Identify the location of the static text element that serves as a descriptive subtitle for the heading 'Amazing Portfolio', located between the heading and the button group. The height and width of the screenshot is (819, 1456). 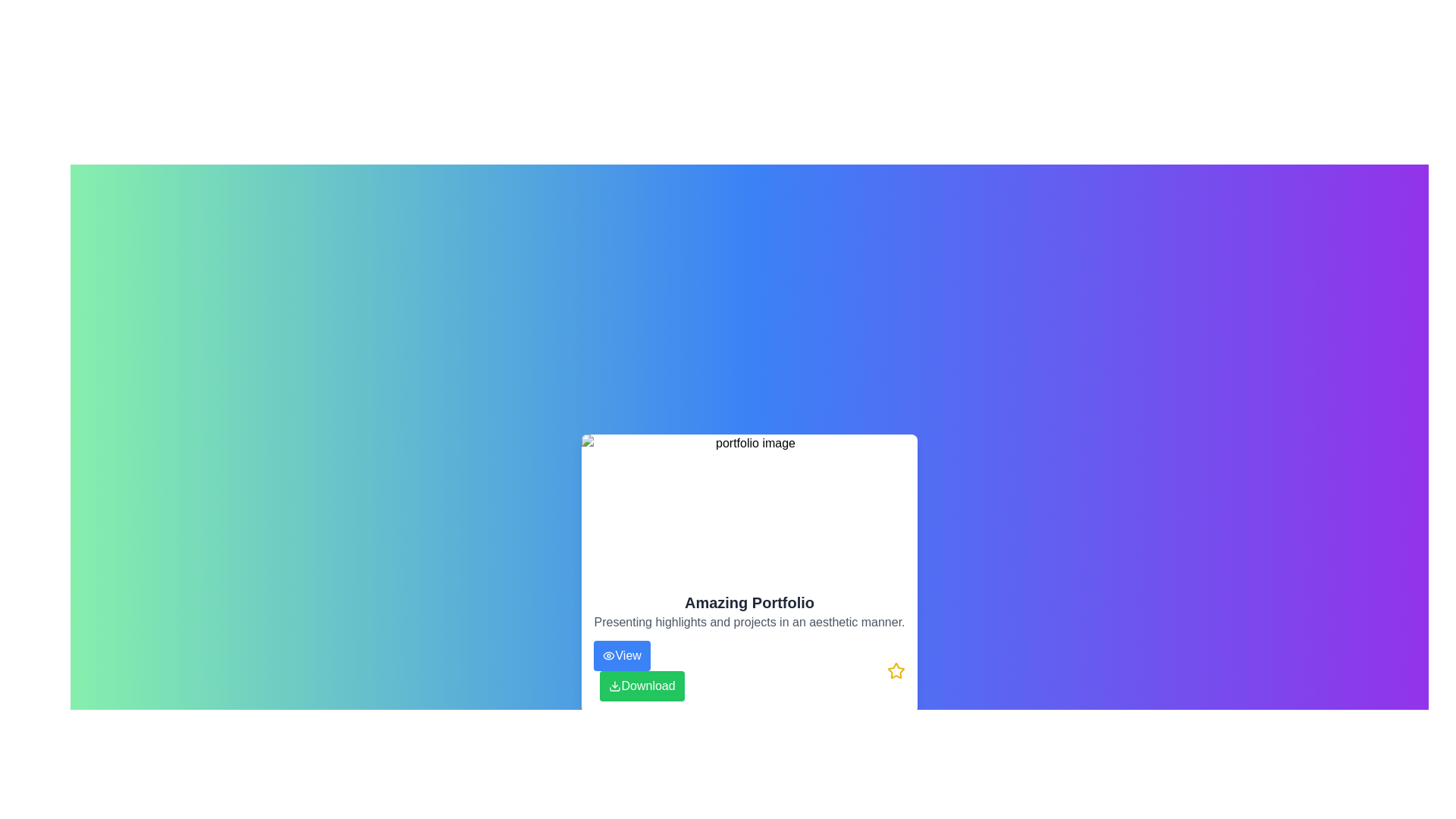
(749, 623).